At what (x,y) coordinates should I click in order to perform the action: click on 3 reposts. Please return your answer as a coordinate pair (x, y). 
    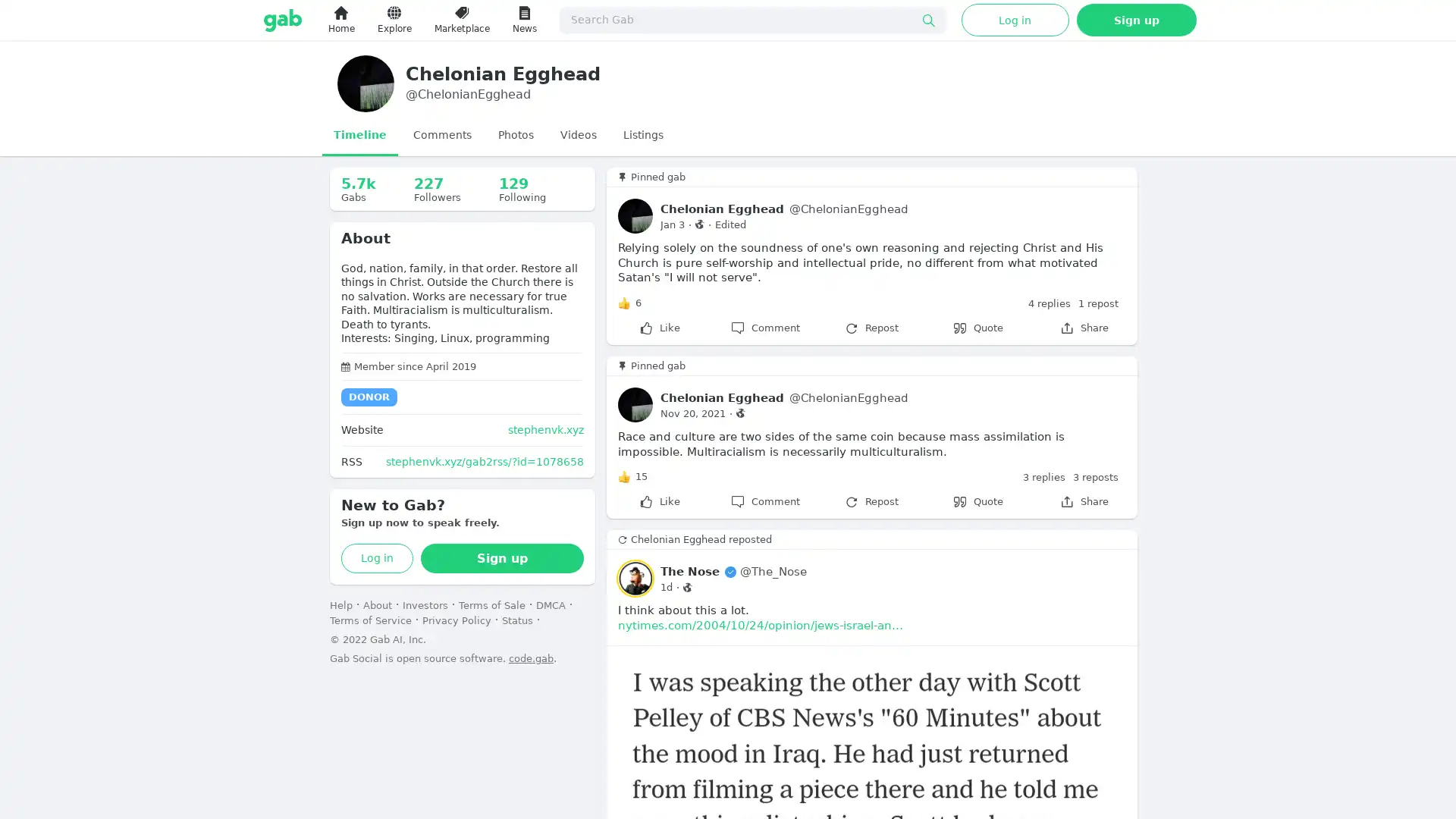
    Looking at the image, I should click on (1095, 476).